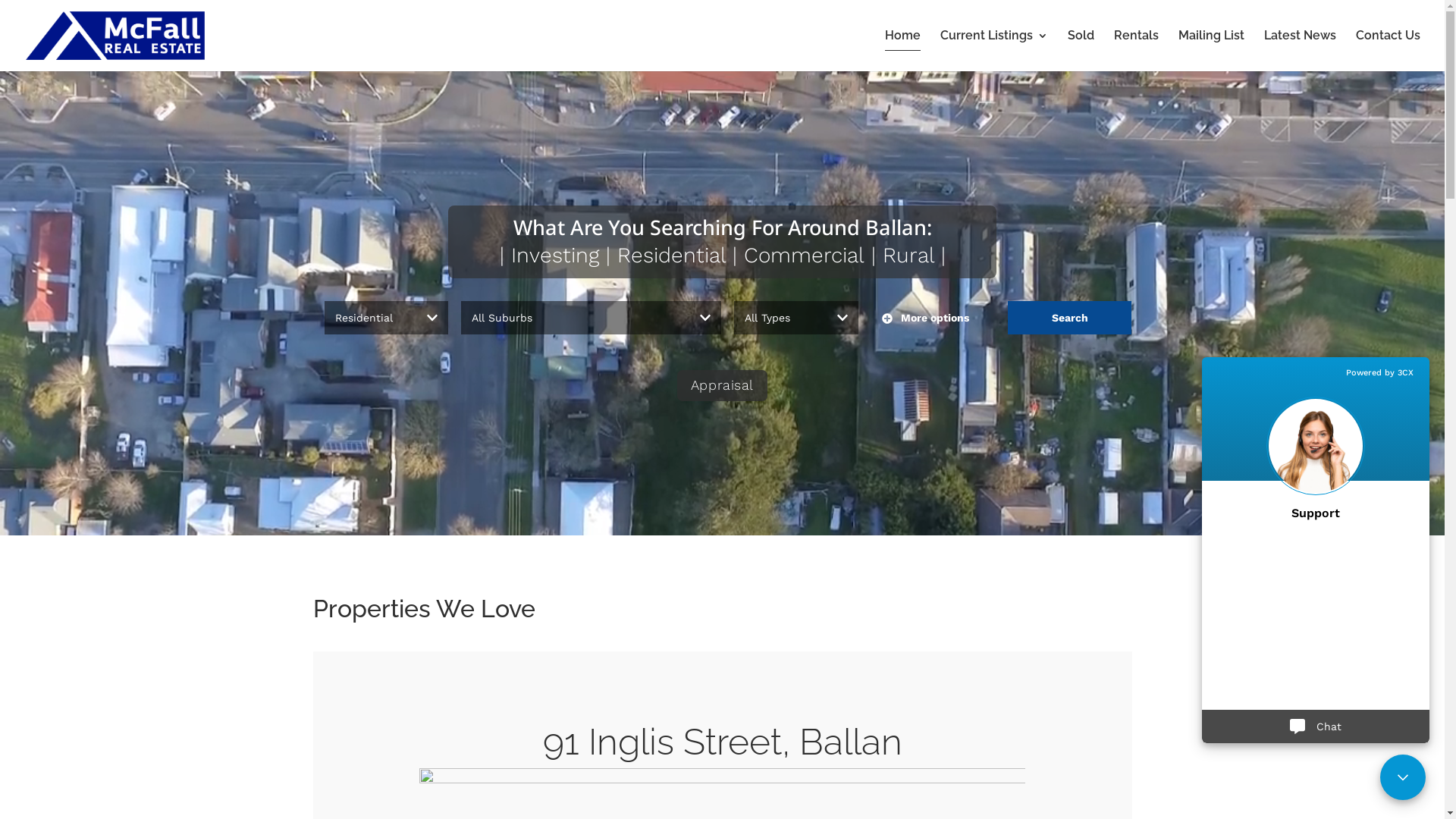 The image size is (1456, 819). I want to click on 'Rentals', so click(1136, 49).